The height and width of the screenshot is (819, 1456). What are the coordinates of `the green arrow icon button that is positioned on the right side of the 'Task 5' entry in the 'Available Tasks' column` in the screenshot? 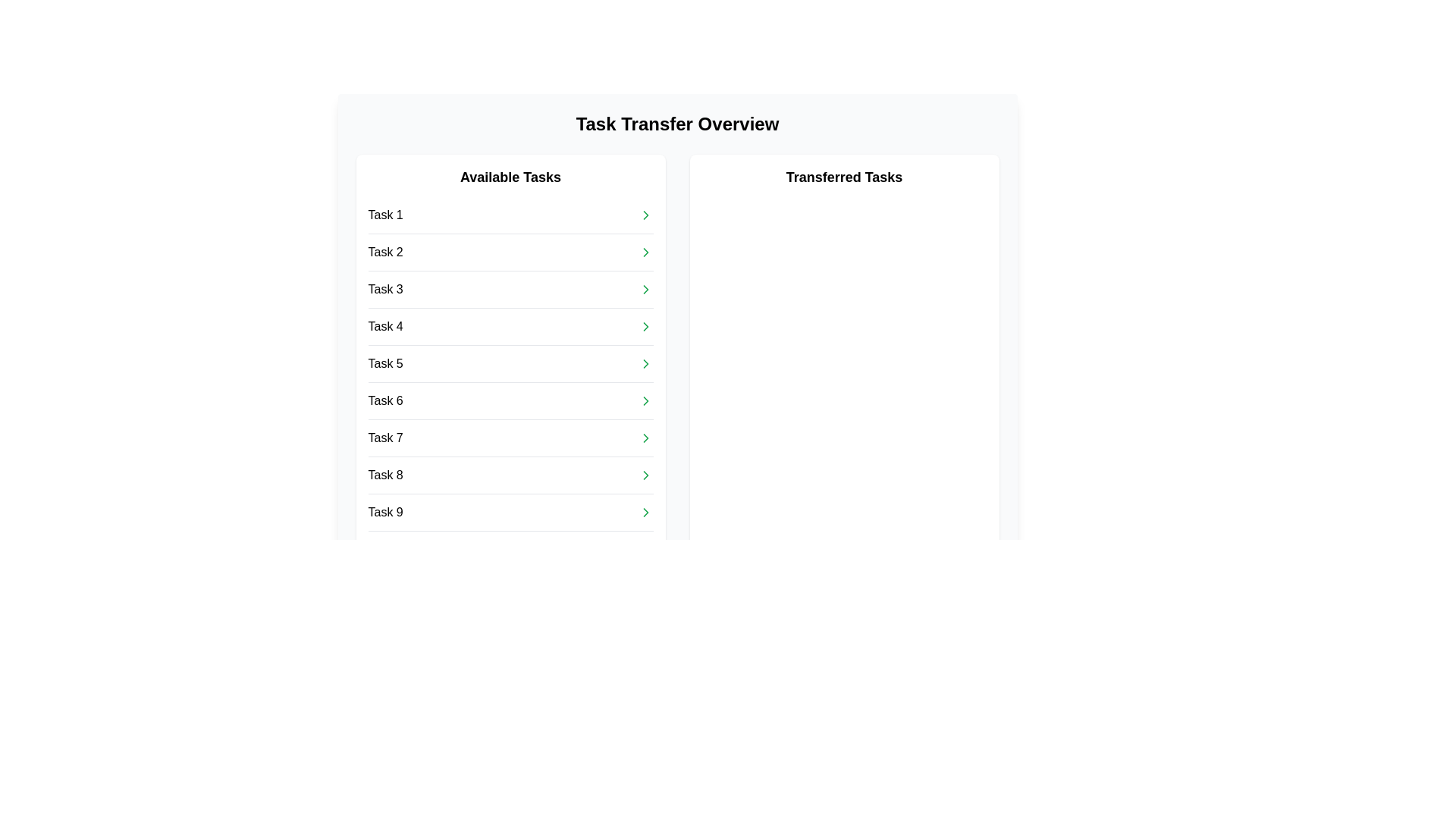 It's located at (645, 363).